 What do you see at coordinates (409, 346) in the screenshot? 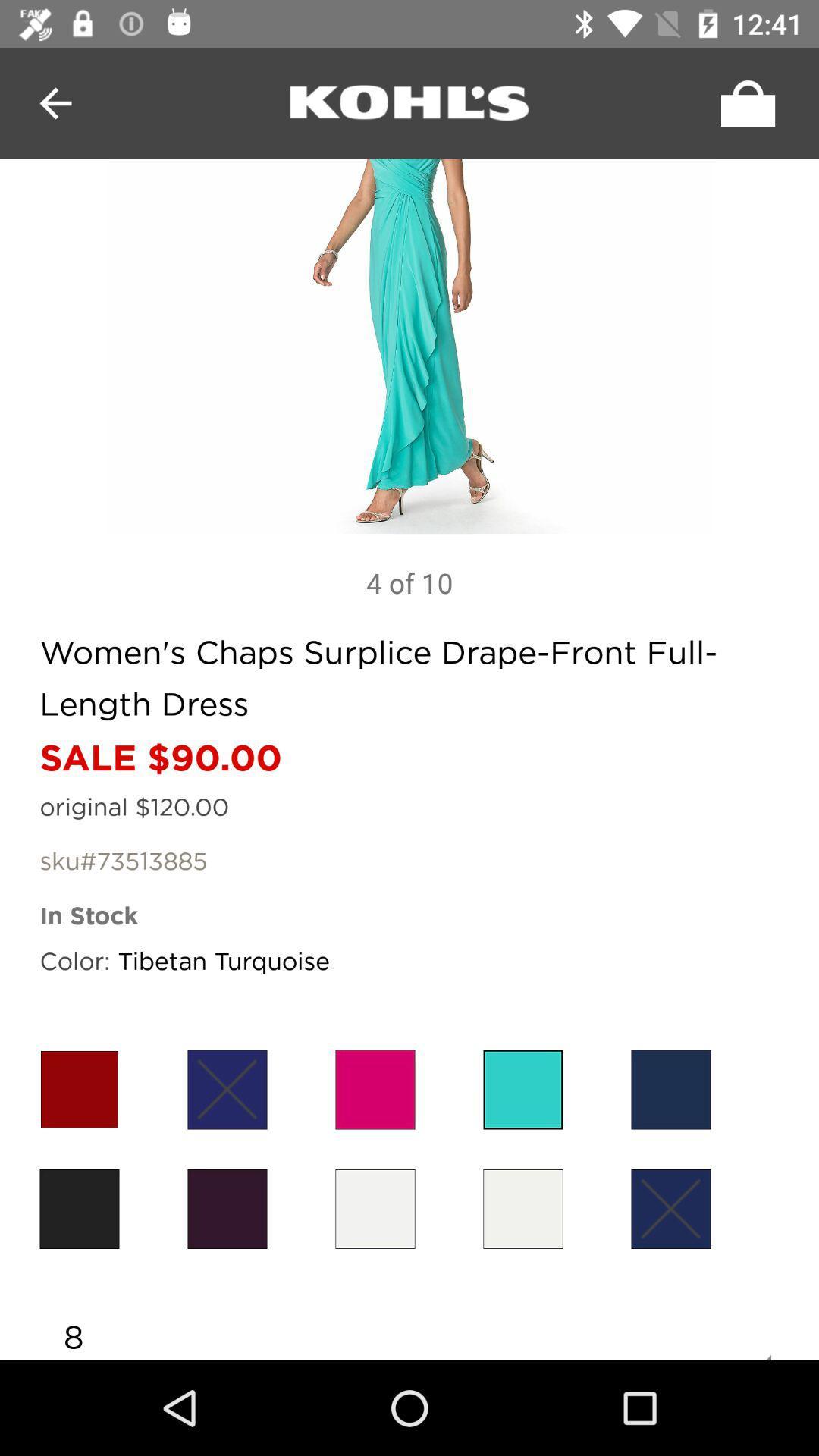
I see `open image` at bounding box center [409, 346].